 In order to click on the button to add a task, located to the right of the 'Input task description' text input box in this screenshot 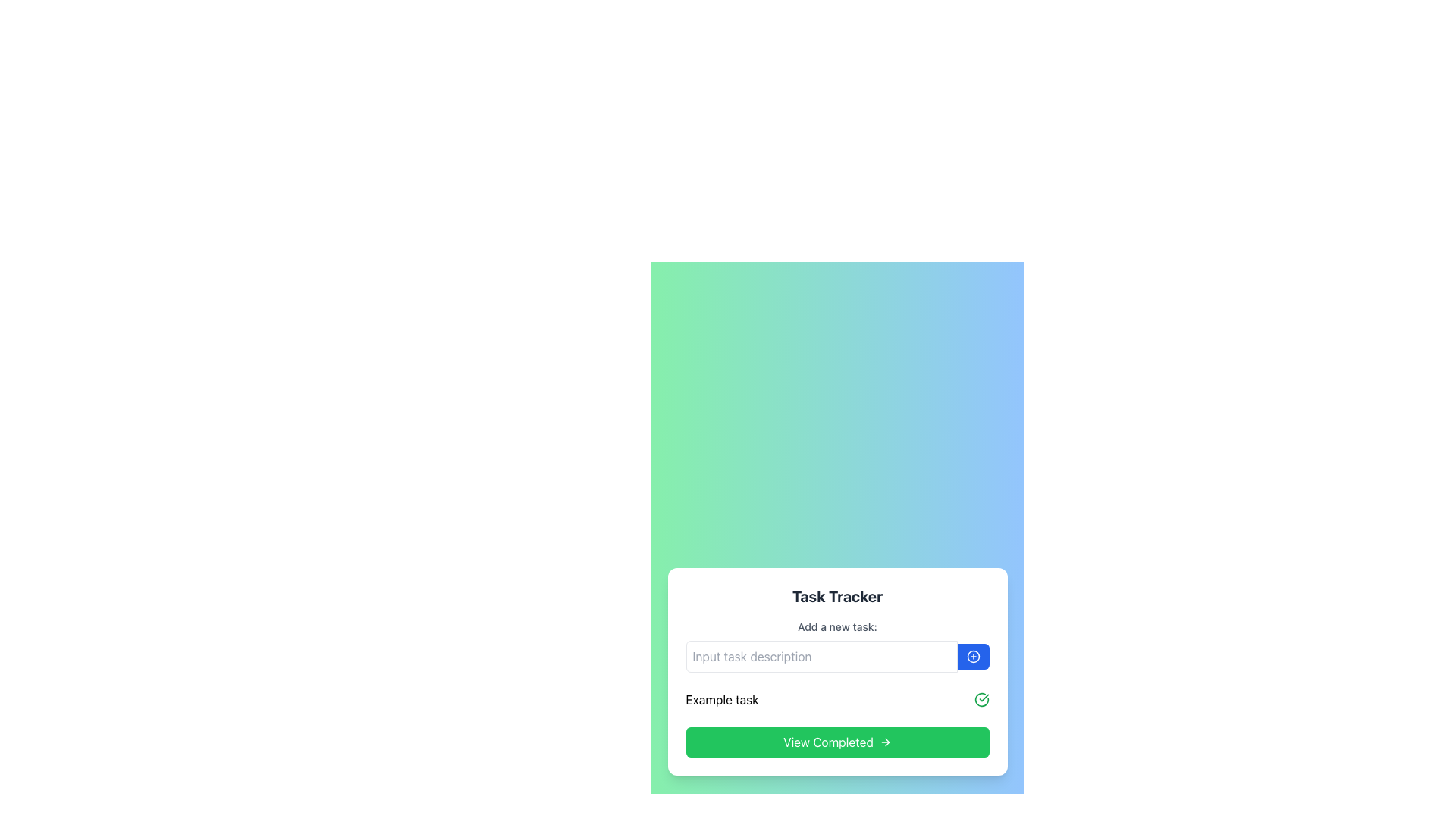, I will do `click(973, 656)`.